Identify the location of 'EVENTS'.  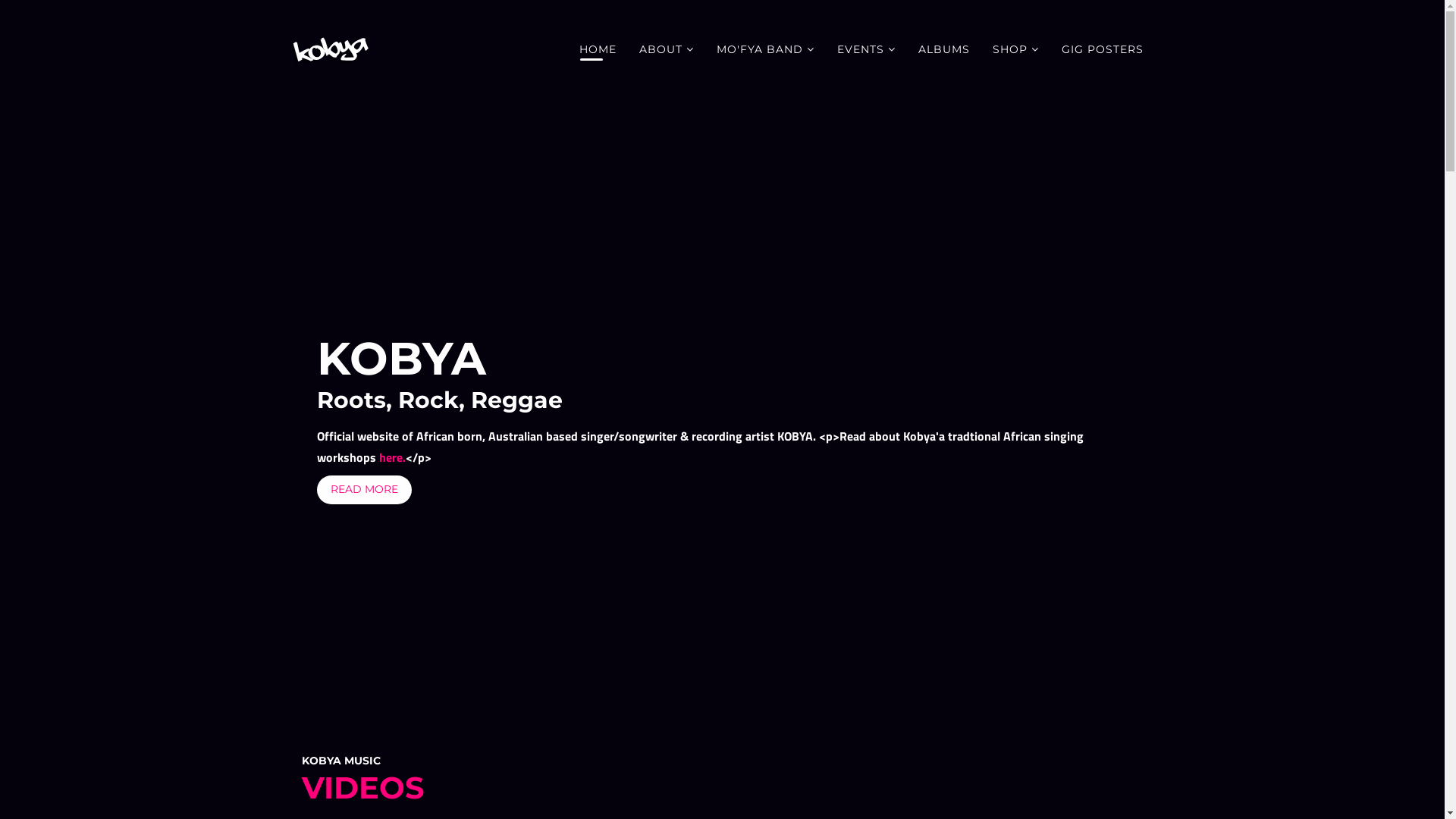
(824, 49).